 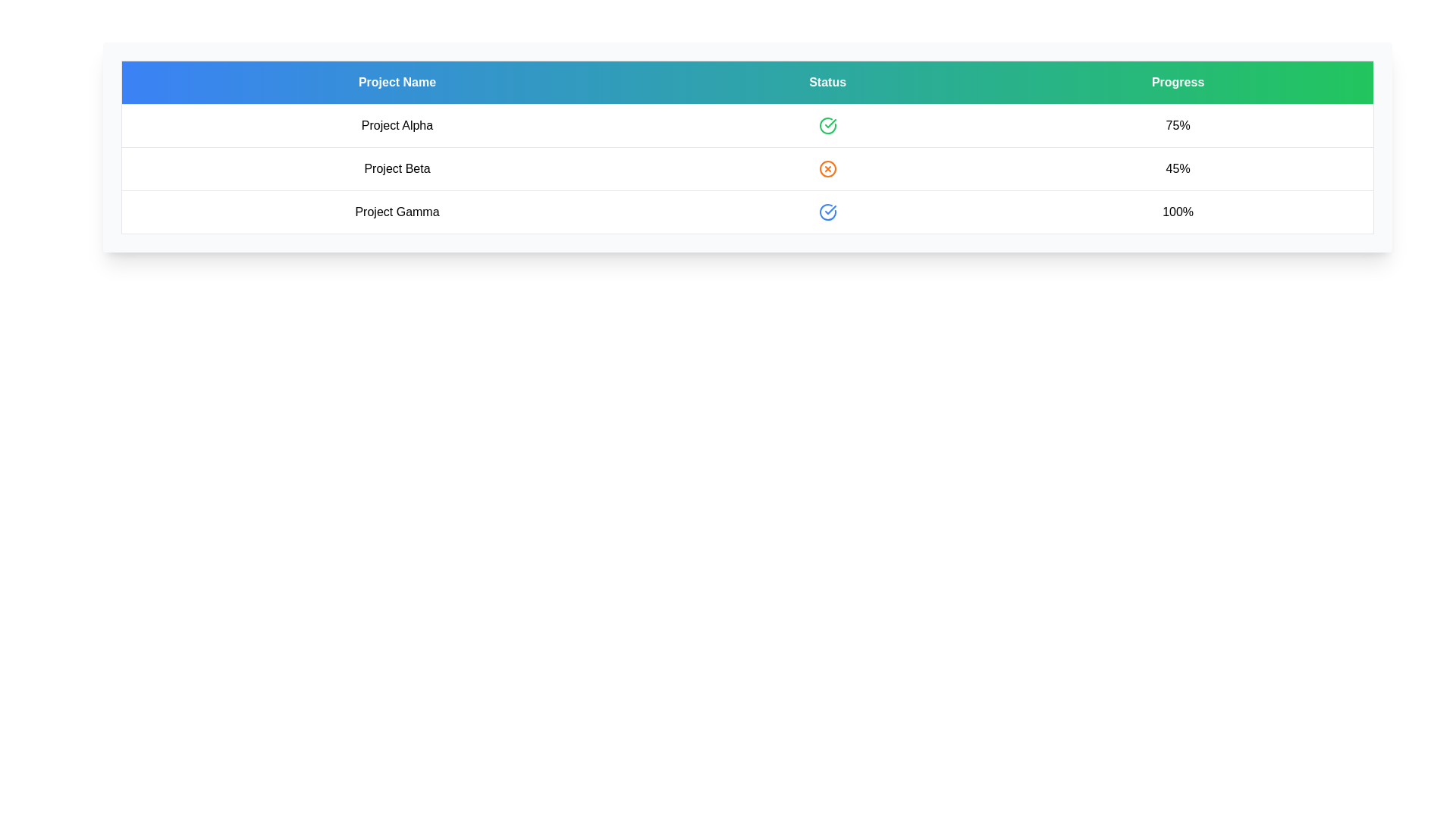 What do you see at coordinates (397, 169) in the screenshot?
I see `the row corresponding to the project Project Beta` at bounding box center [397, 169].